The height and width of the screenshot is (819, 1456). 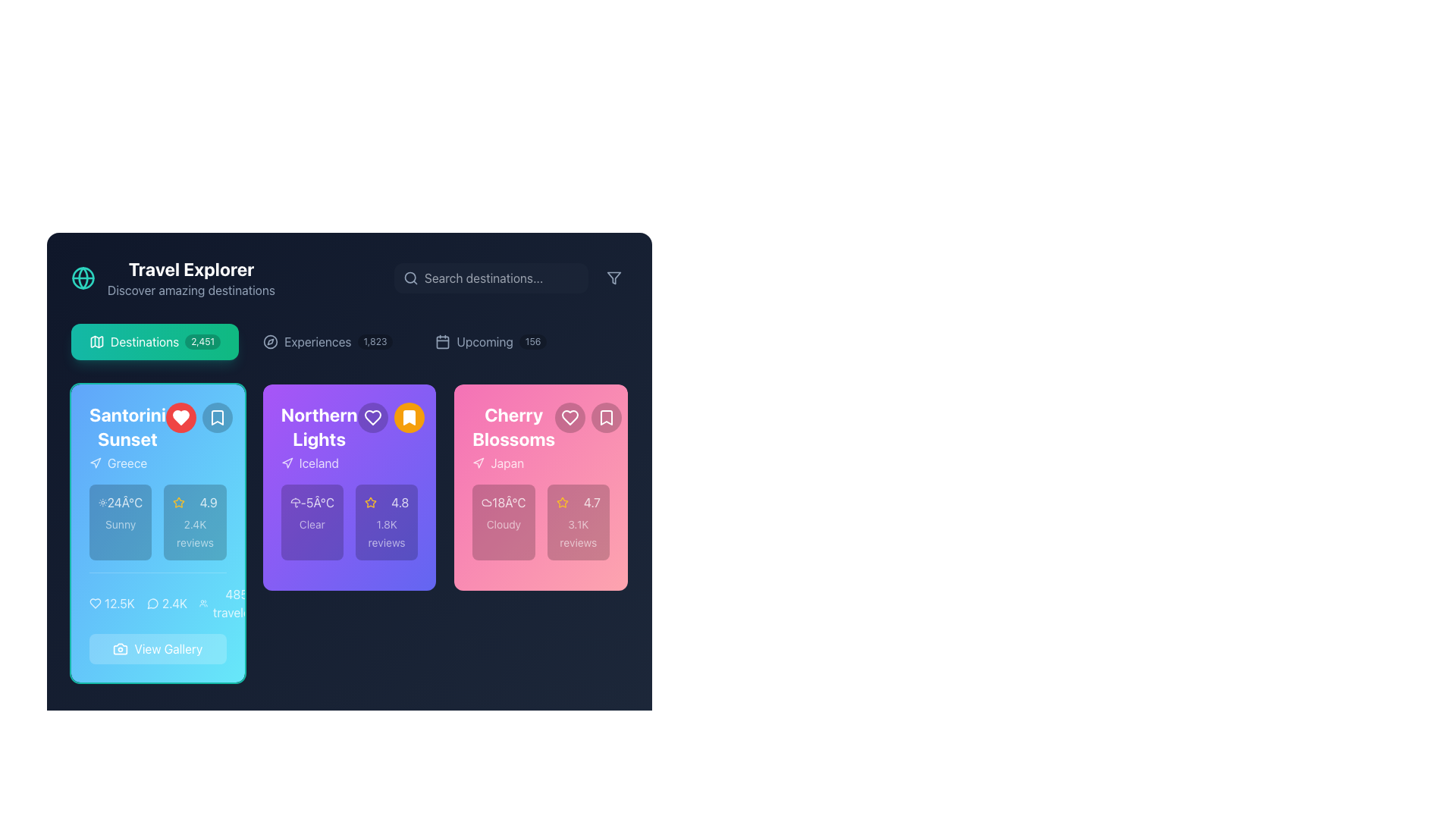 I want to click on the heart button located in the upper-right corner of the 'Northern Lights' card to favorite the item, so click(x=391, y=418).